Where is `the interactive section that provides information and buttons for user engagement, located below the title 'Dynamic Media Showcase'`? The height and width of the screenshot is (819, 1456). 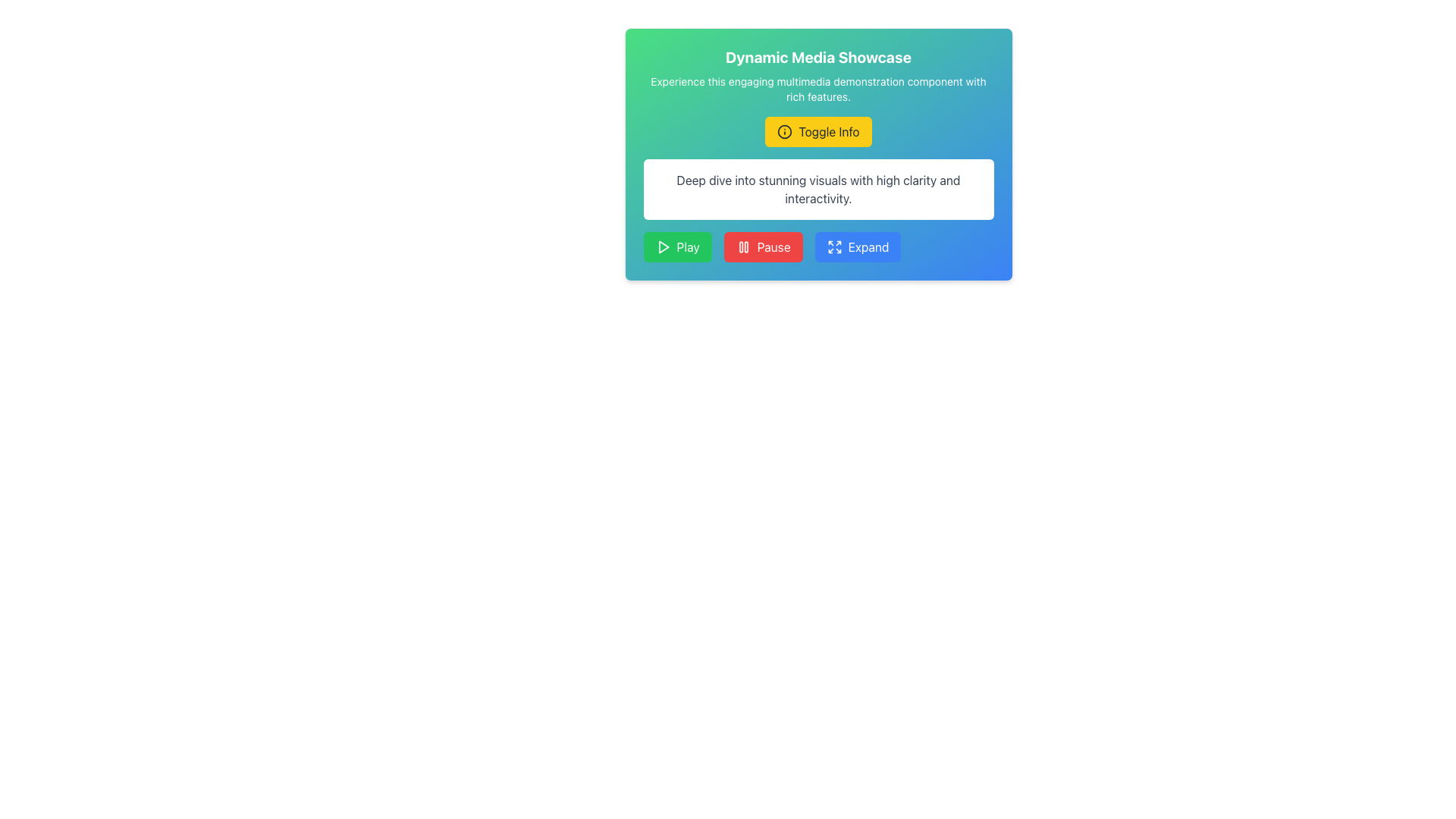
the interactive section that provides information and buttons for user engagement, located below the title 'Dynamic Media Showcase' is located at coordinates (817, 155).